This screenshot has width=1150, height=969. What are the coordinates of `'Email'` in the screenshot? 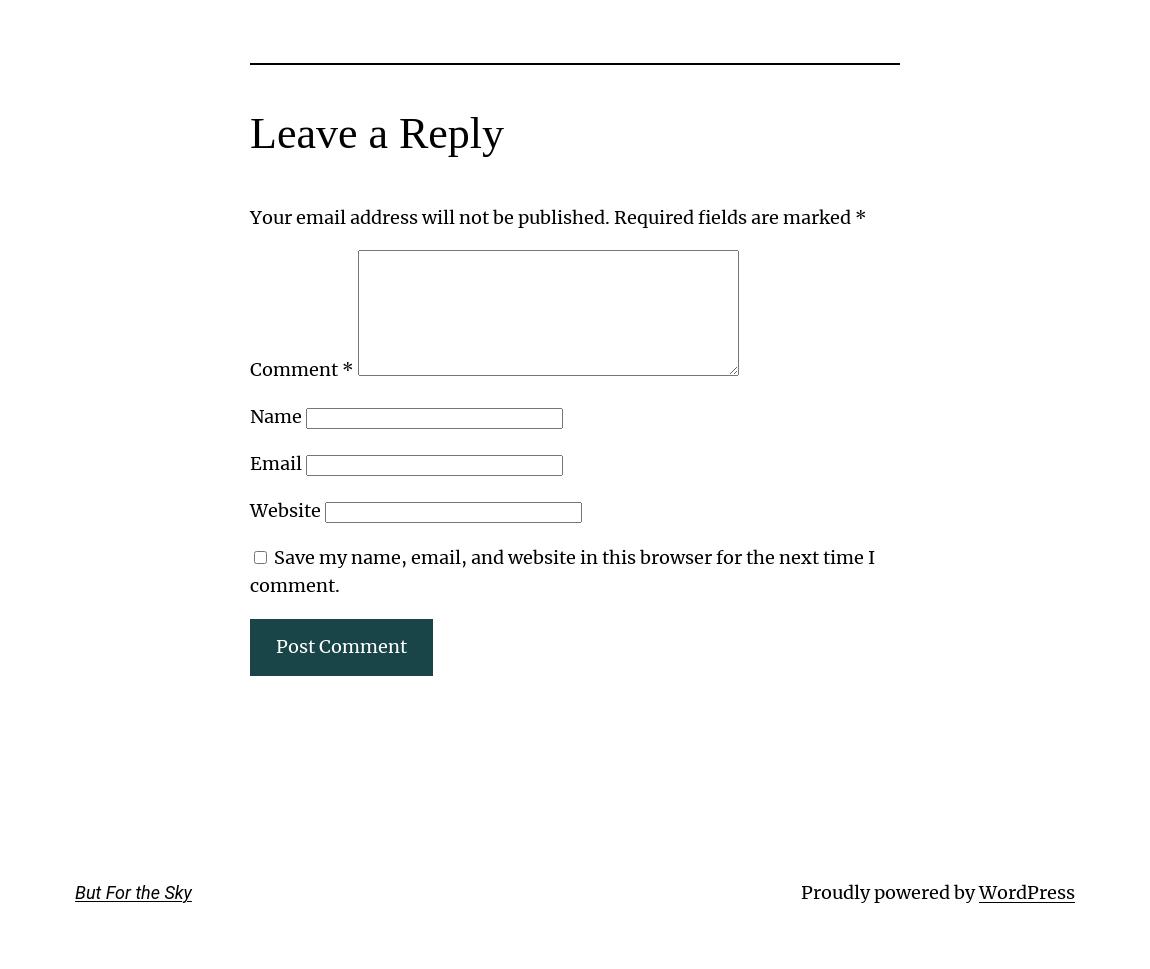 It's located at (249, 462).